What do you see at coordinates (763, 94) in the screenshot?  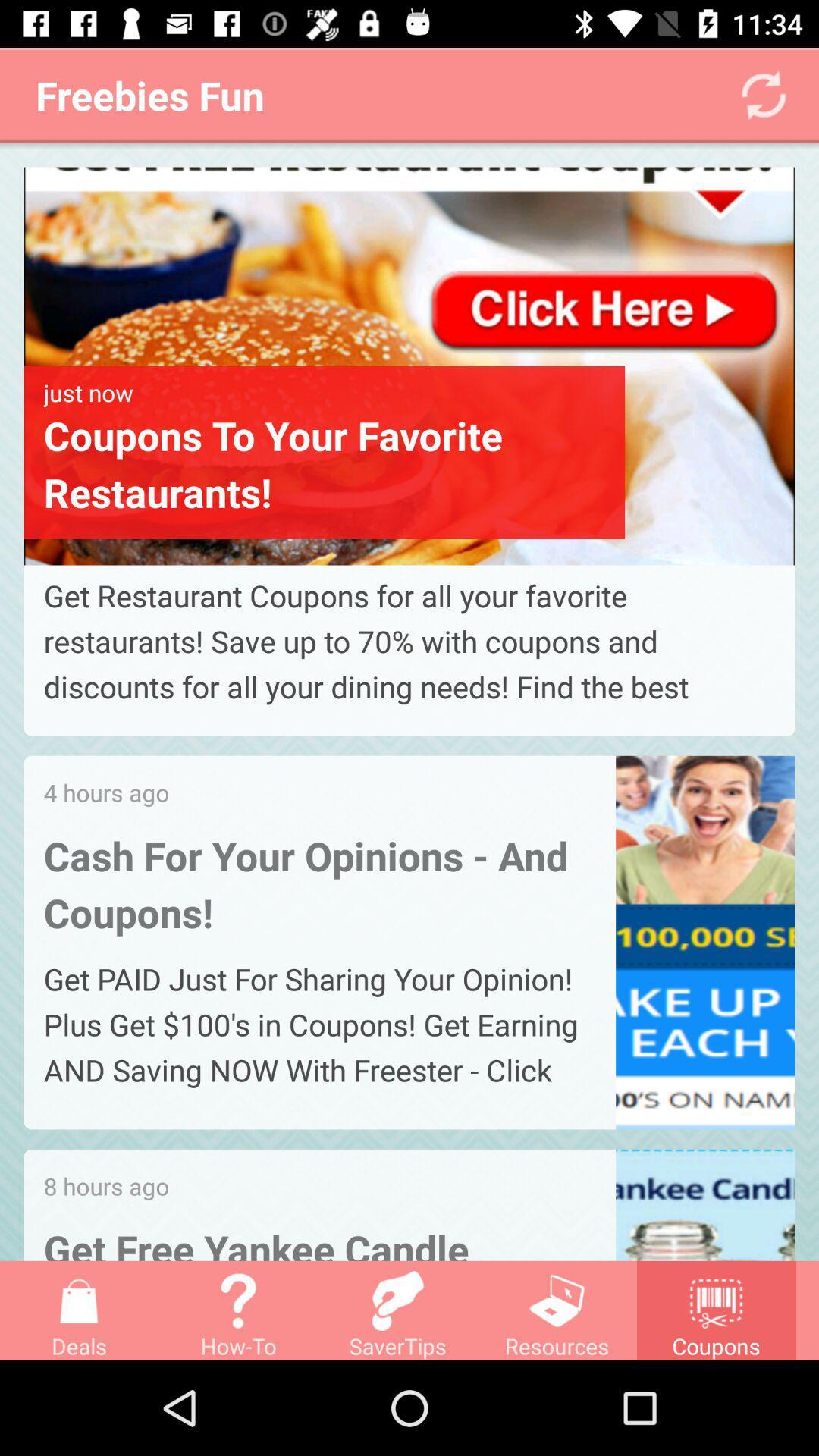 I see `the refresh icon` at bounding box center [763, 94].